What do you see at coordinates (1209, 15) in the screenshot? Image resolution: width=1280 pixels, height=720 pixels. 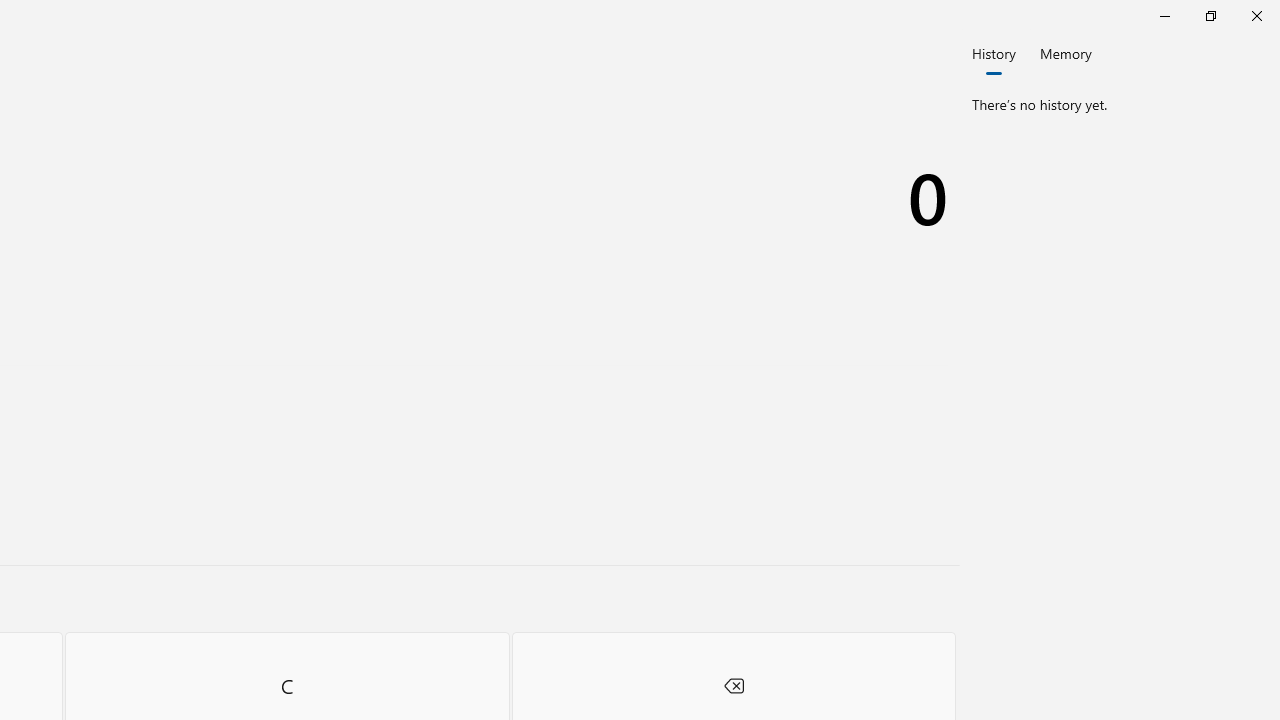 I see `'Restore Calculator'` at bounding box center [1209, 15].